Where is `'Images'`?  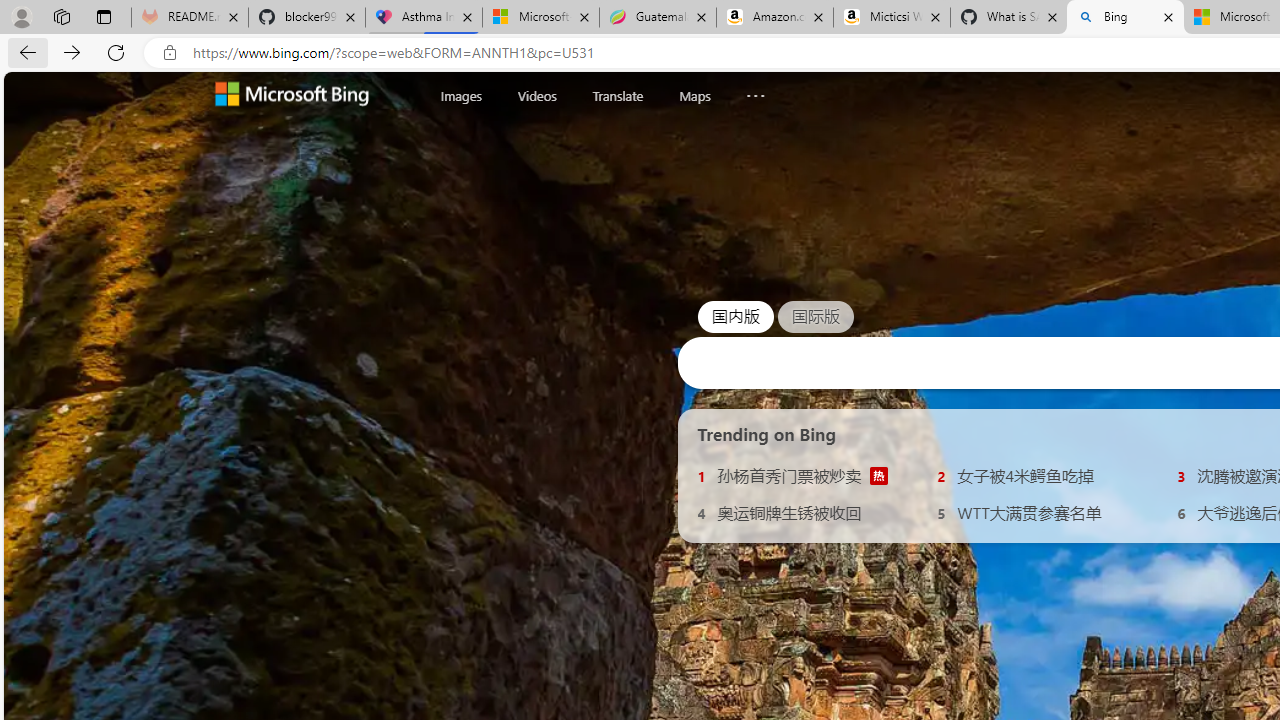 'Images' is located at coordinates (460, 95).